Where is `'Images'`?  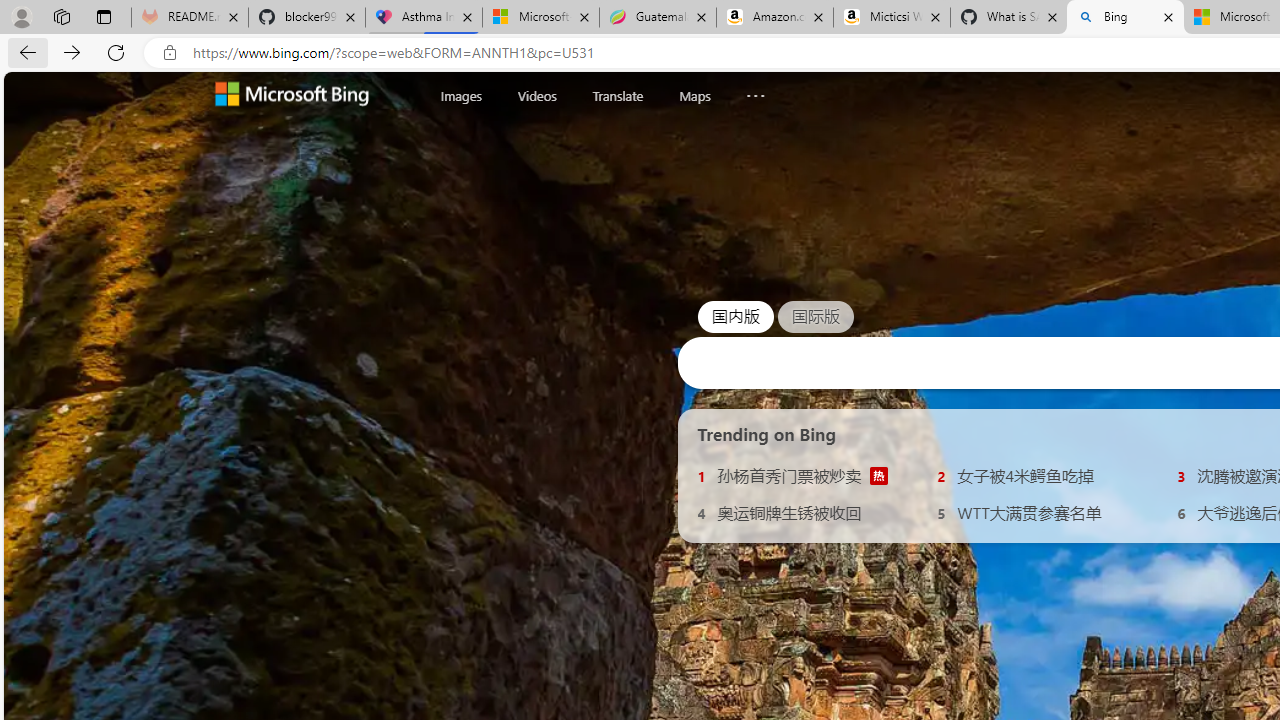 'Images' is located at coordinates (460, 95).